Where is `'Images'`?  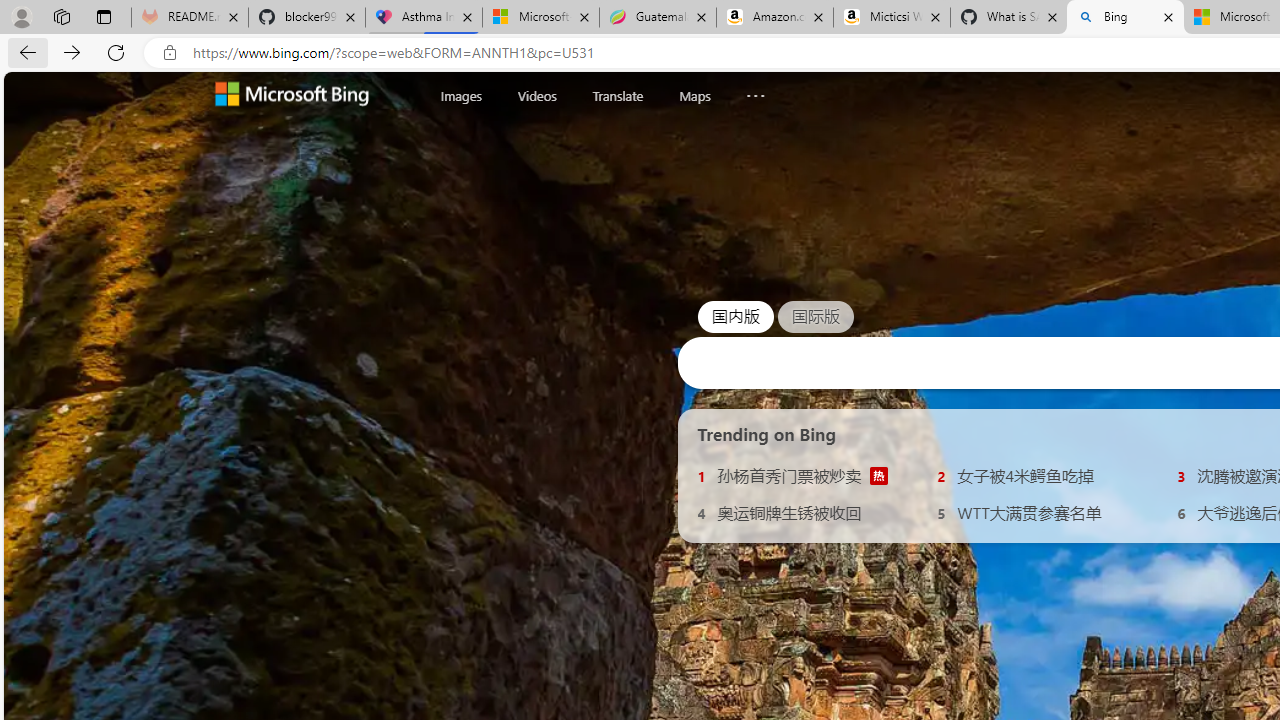 'Images' is located at coordinates (460, 95).